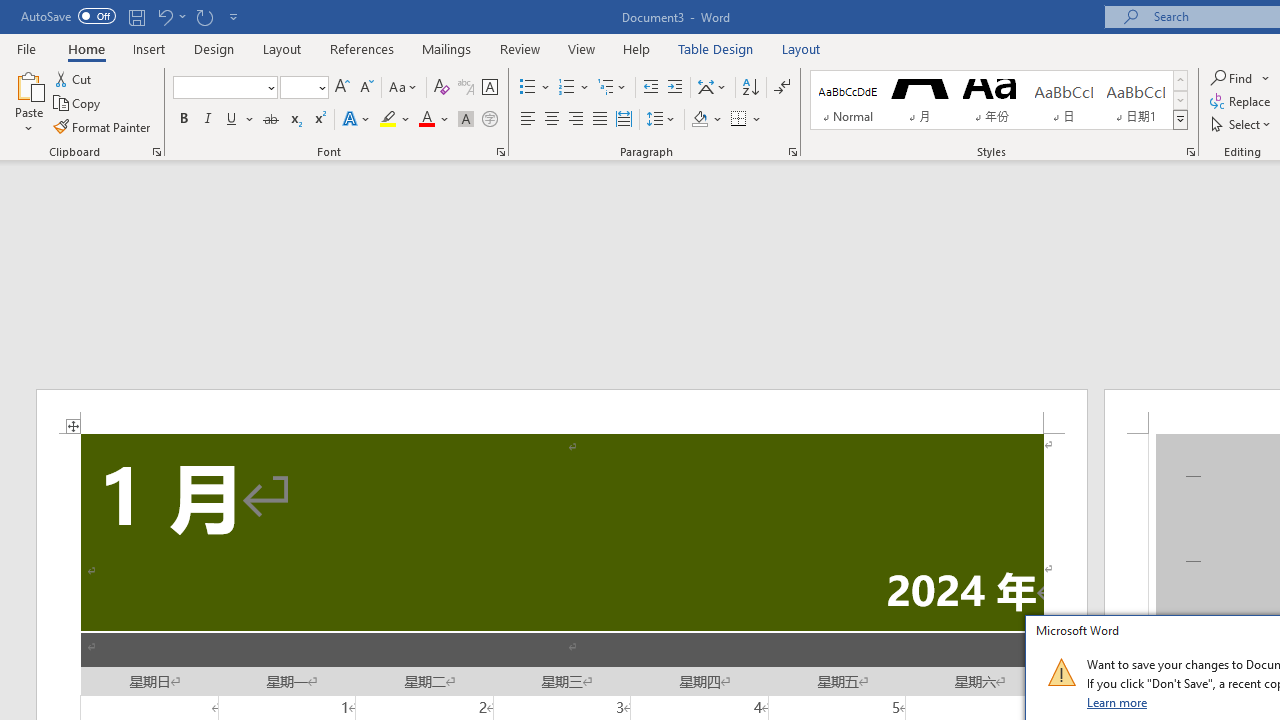  I want to click on 'Underline', so click(240, 119).